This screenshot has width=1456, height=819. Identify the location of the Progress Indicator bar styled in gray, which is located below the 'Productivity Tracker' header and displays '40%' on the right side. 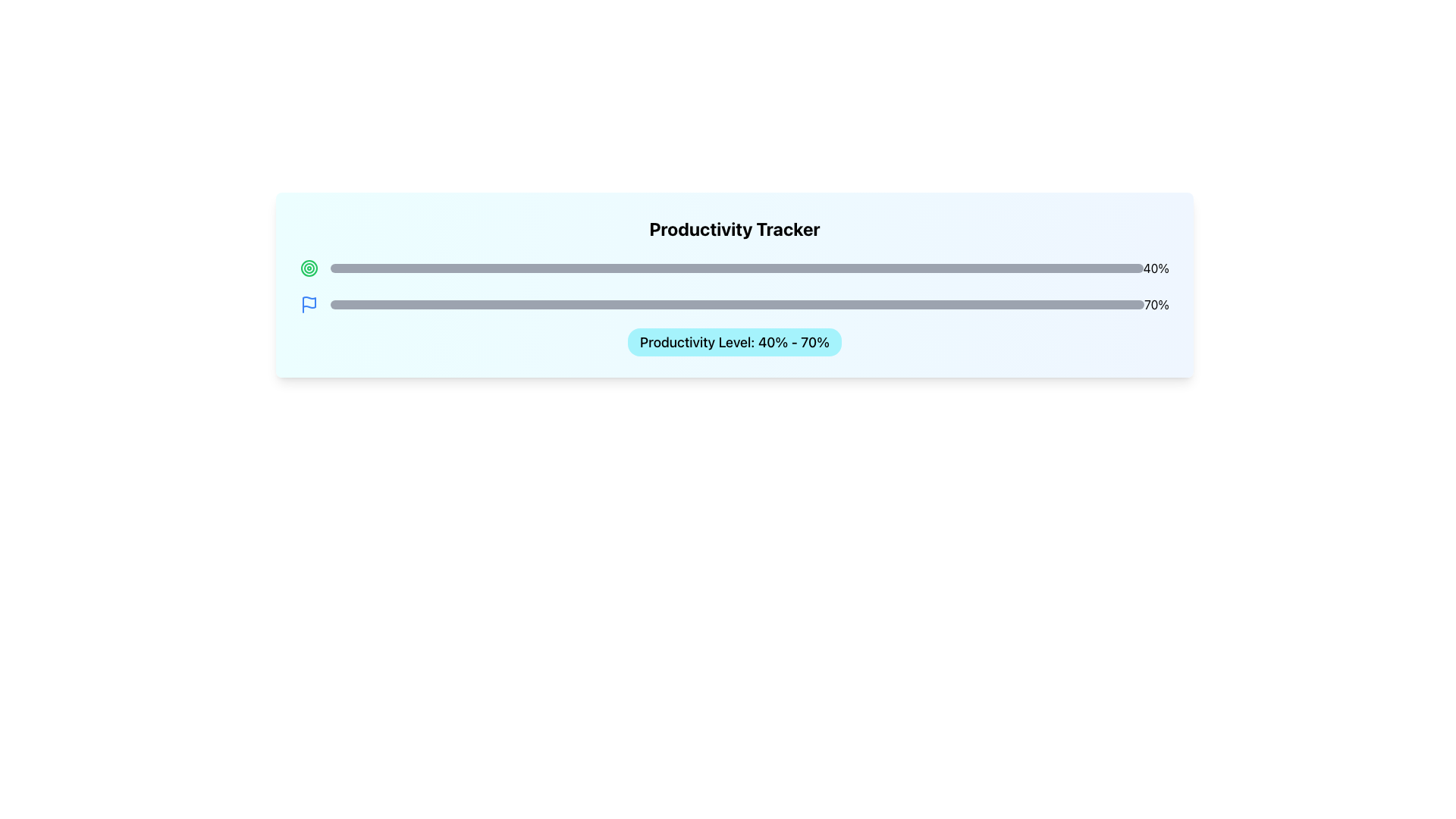
(735, 268).